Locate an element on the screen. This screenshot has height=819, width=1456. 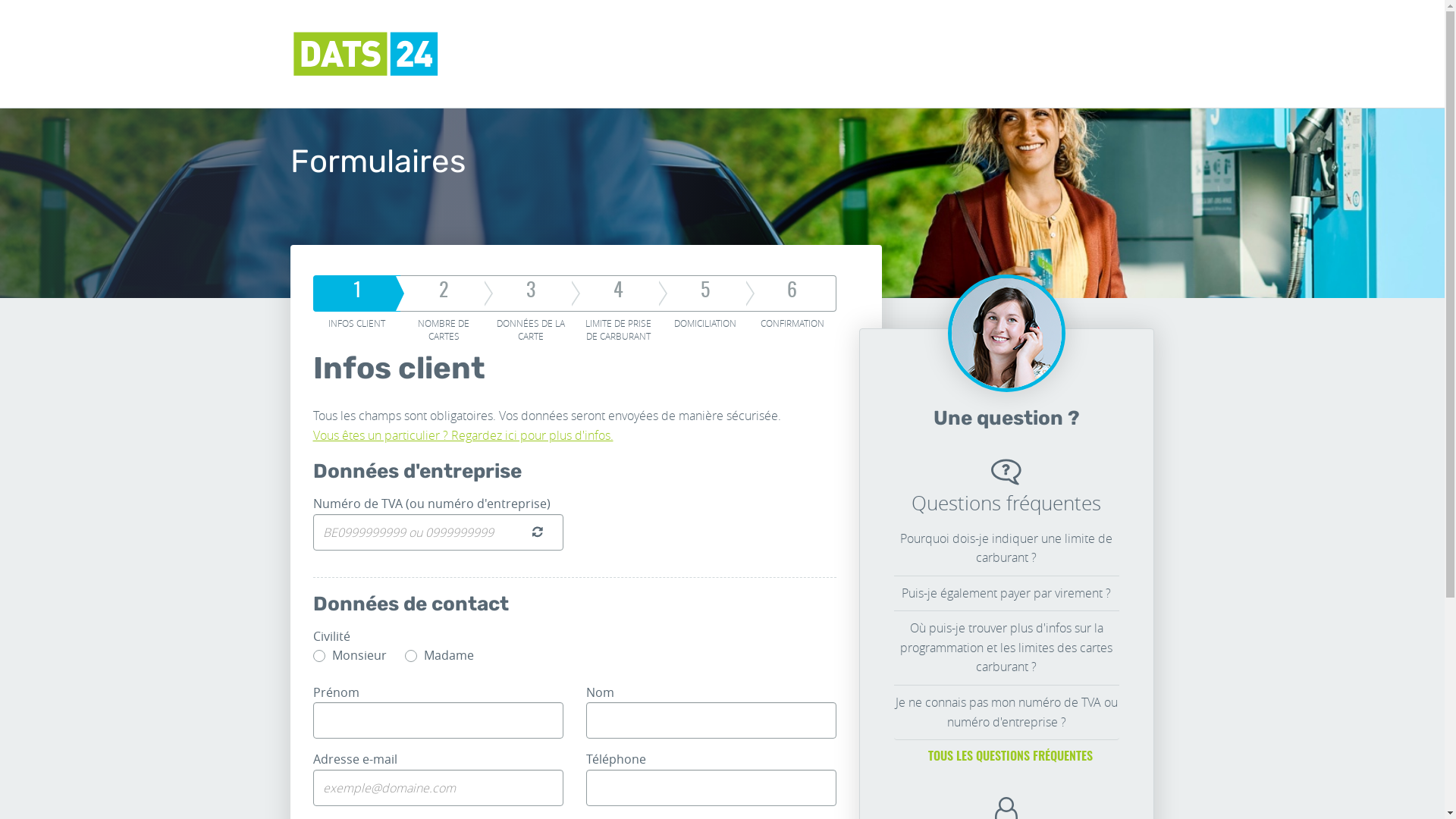
'DATS 24' is located at coordinates (365, 52).